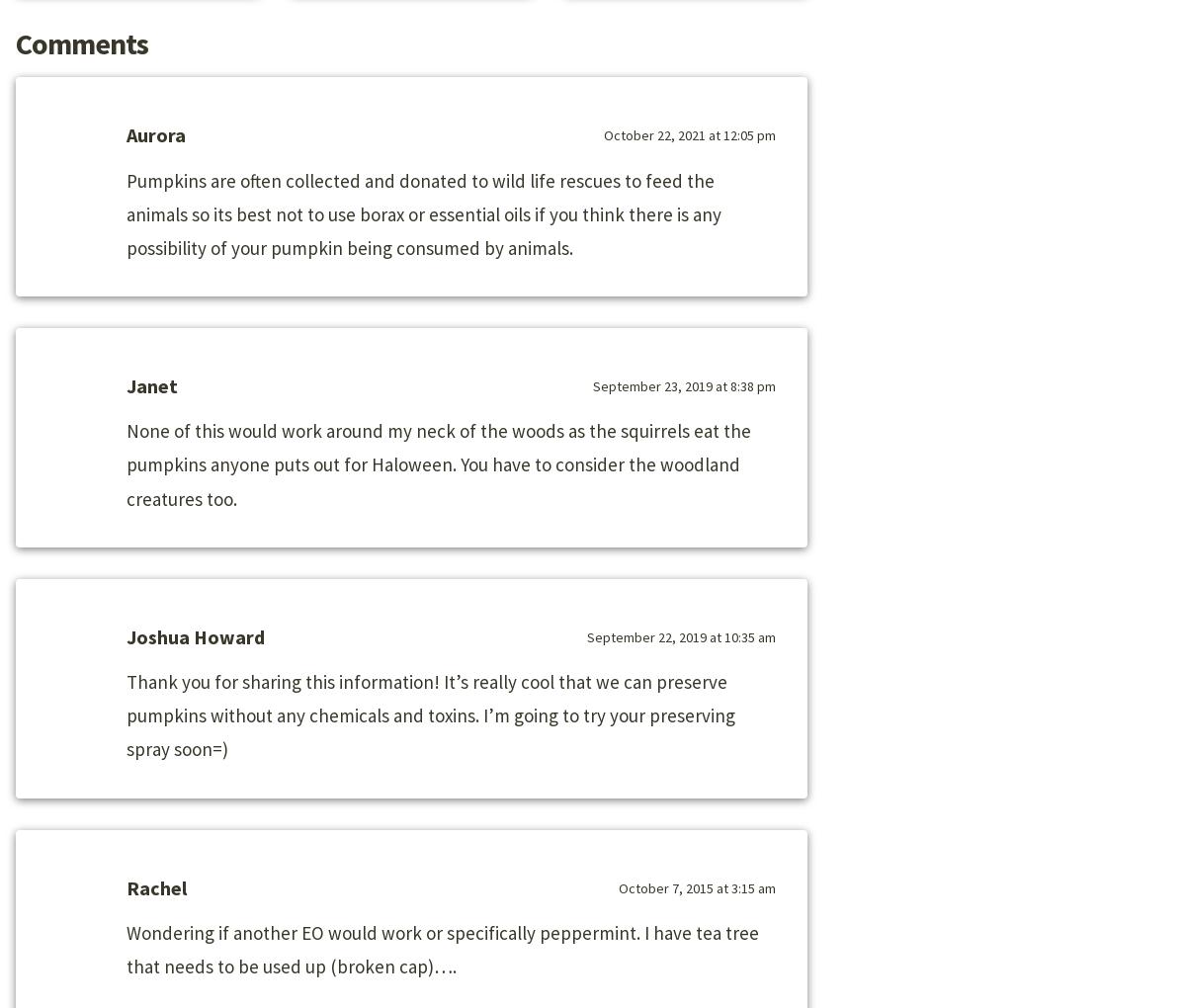 This screenshot has width=1186, height=1008. What do you see at coordinates (690, 134) in the screenshot?
I see `'October 22, 2021 at 12:05 pm'` at bounding box center [690, 134].